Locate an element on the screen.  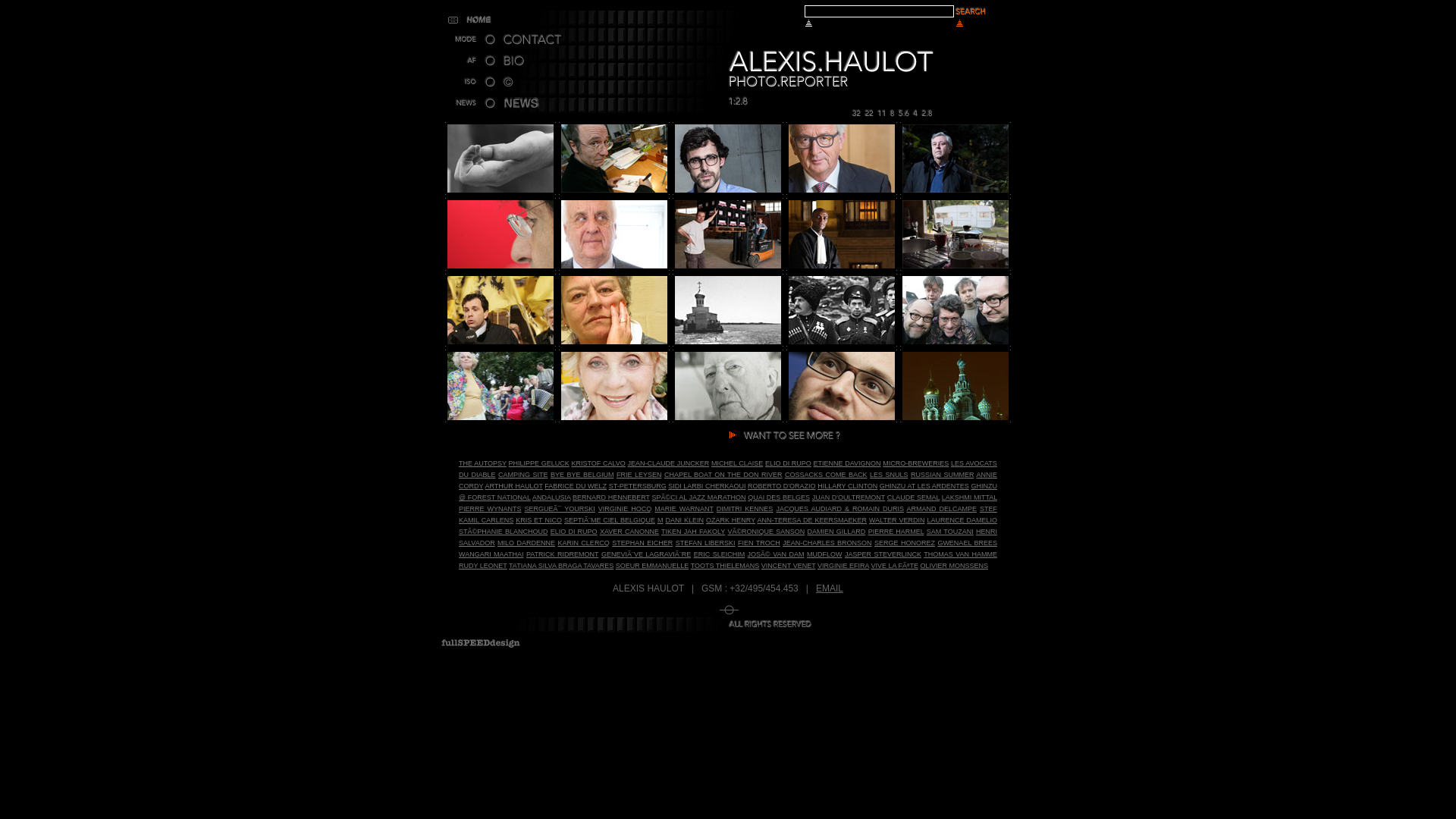
'RUSSIAN SUMMER' is located at coordinates (941, 473).